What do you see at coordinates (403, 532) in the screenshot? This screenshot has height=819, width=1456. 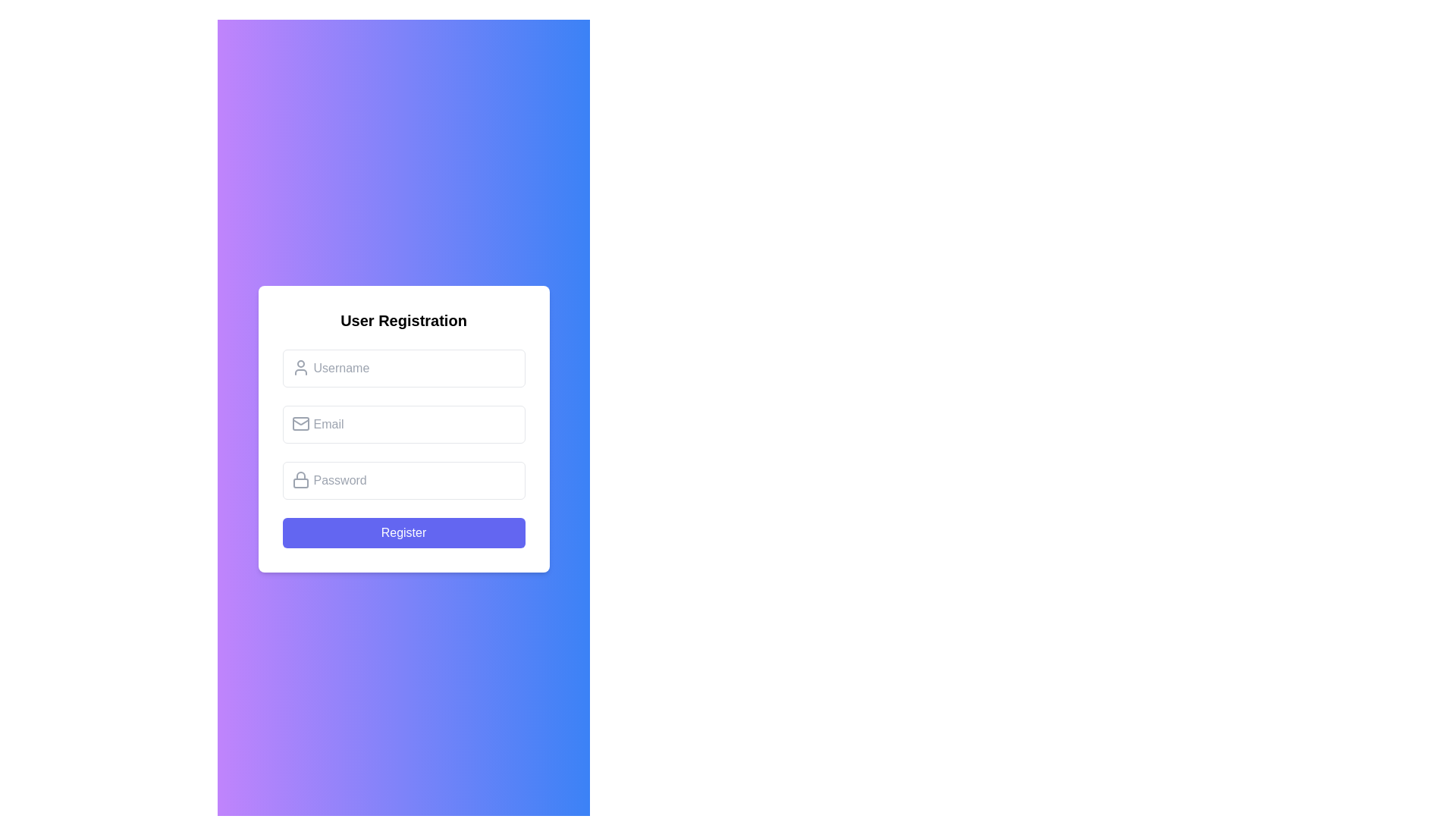 I see `the 'Register' button with rounded corners, styled in solid indigo color` at bounding box center [403, 532].